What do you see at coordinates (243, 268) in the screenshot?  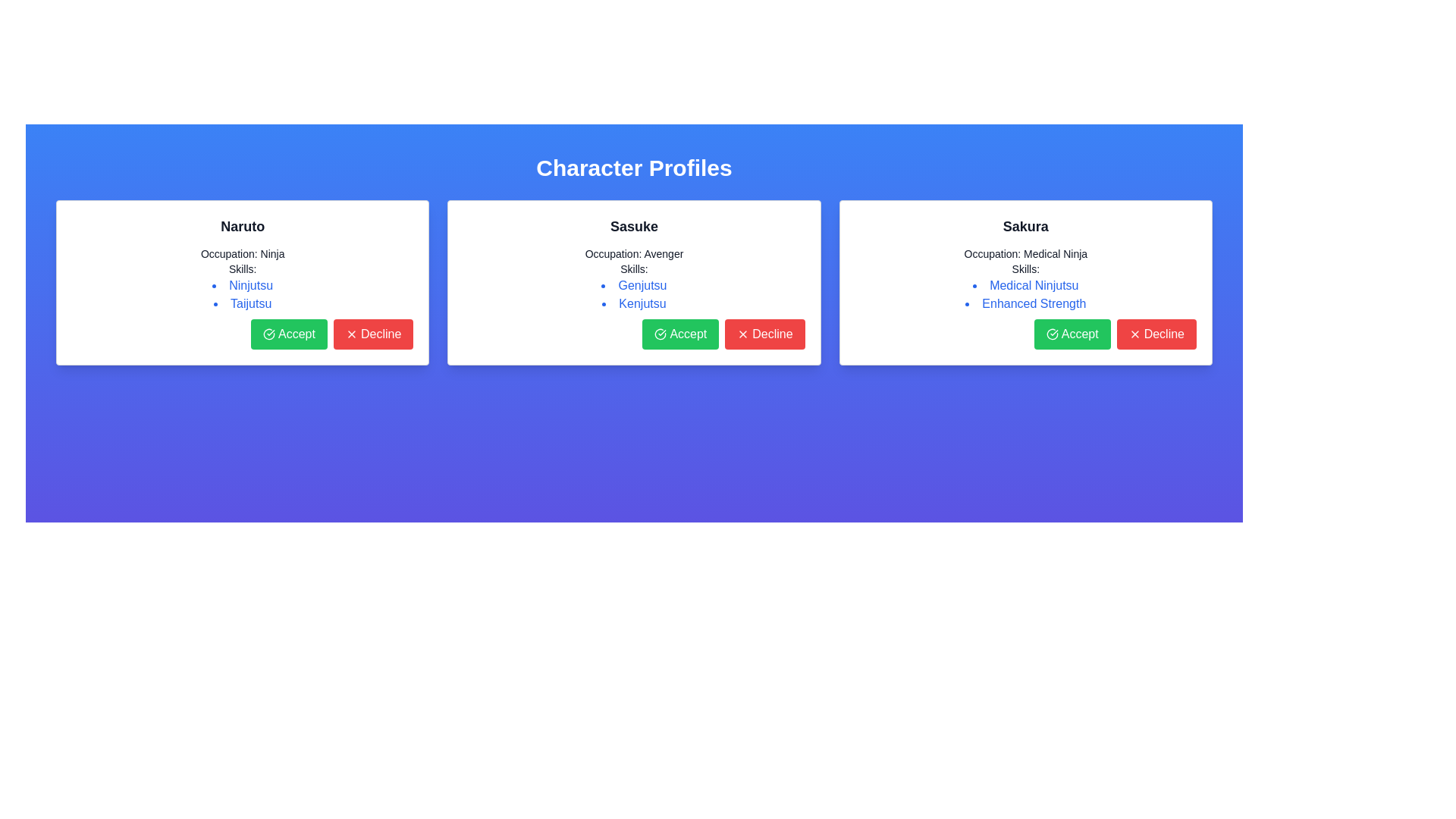 I see `the Text label indicating the list of skills, which is located beneath the 'Occupation: Ninja' text and above the bullet list of skills` at bounding box center [243, 268].